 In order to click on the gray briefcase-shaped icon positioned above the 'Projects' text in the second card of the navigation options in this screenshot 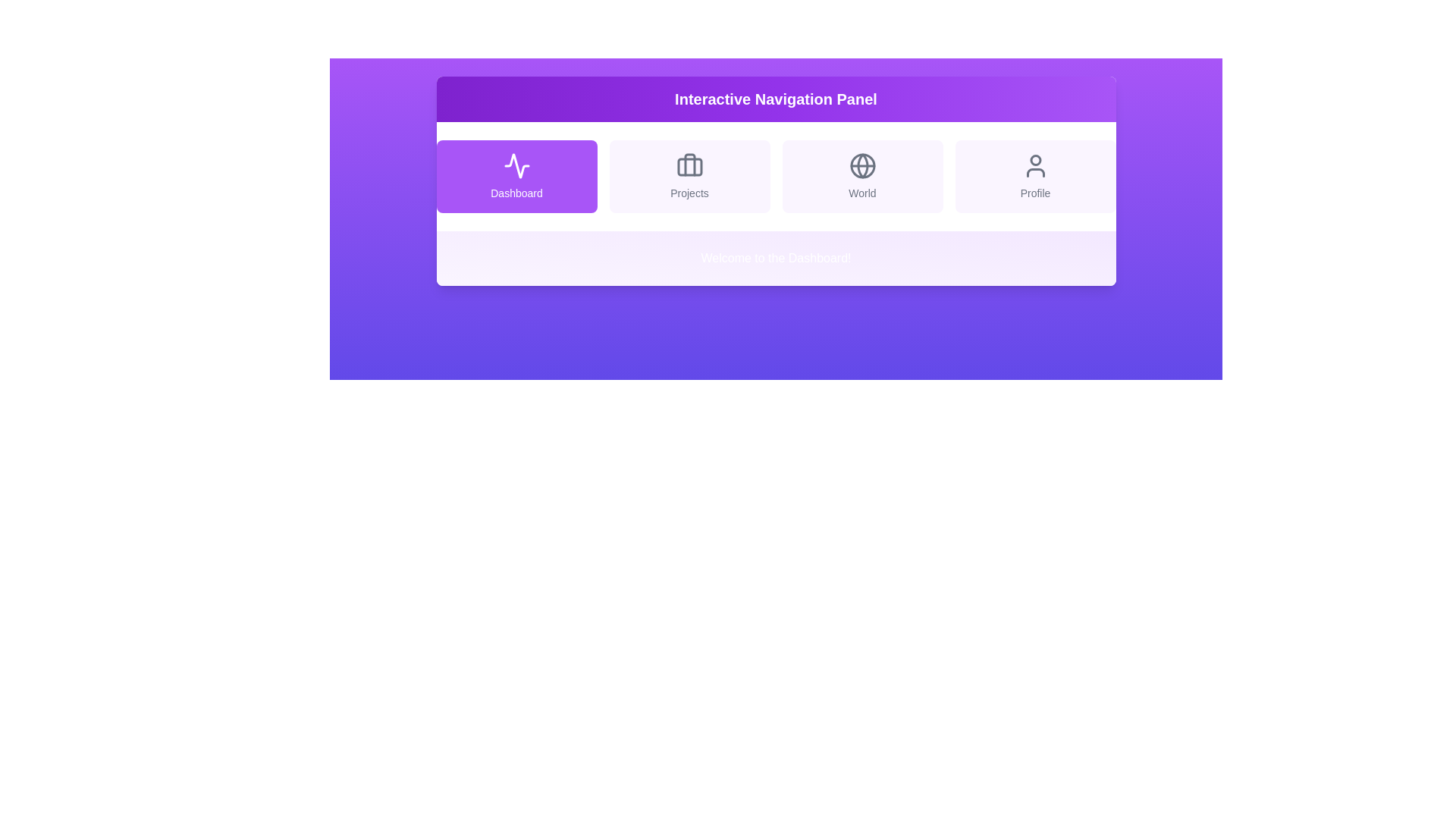, I will do `click(689, 166)`.